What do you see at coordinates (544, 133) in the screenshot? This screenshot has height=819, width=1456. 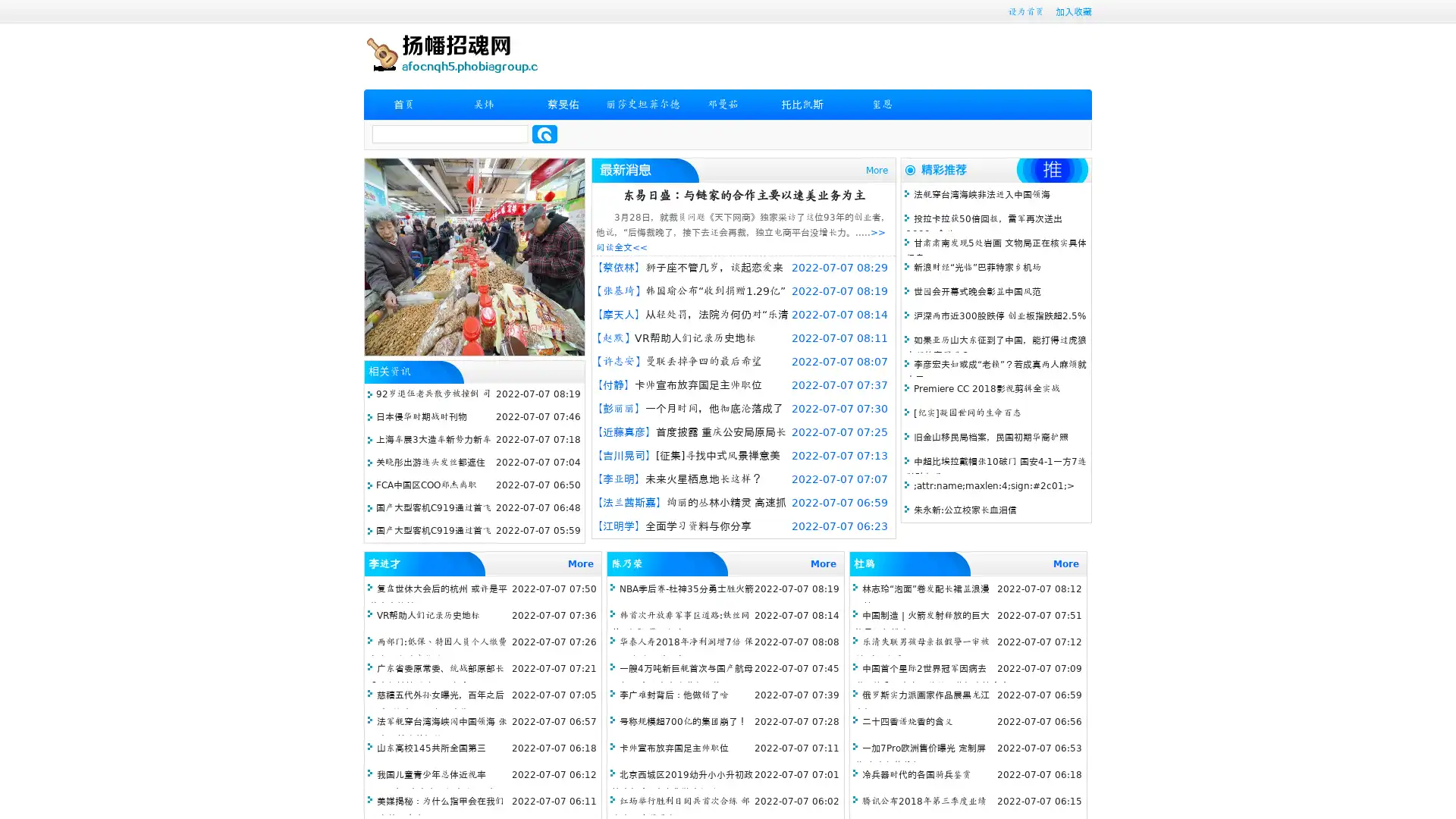 I see `Search` at bounding box center [544, 133].